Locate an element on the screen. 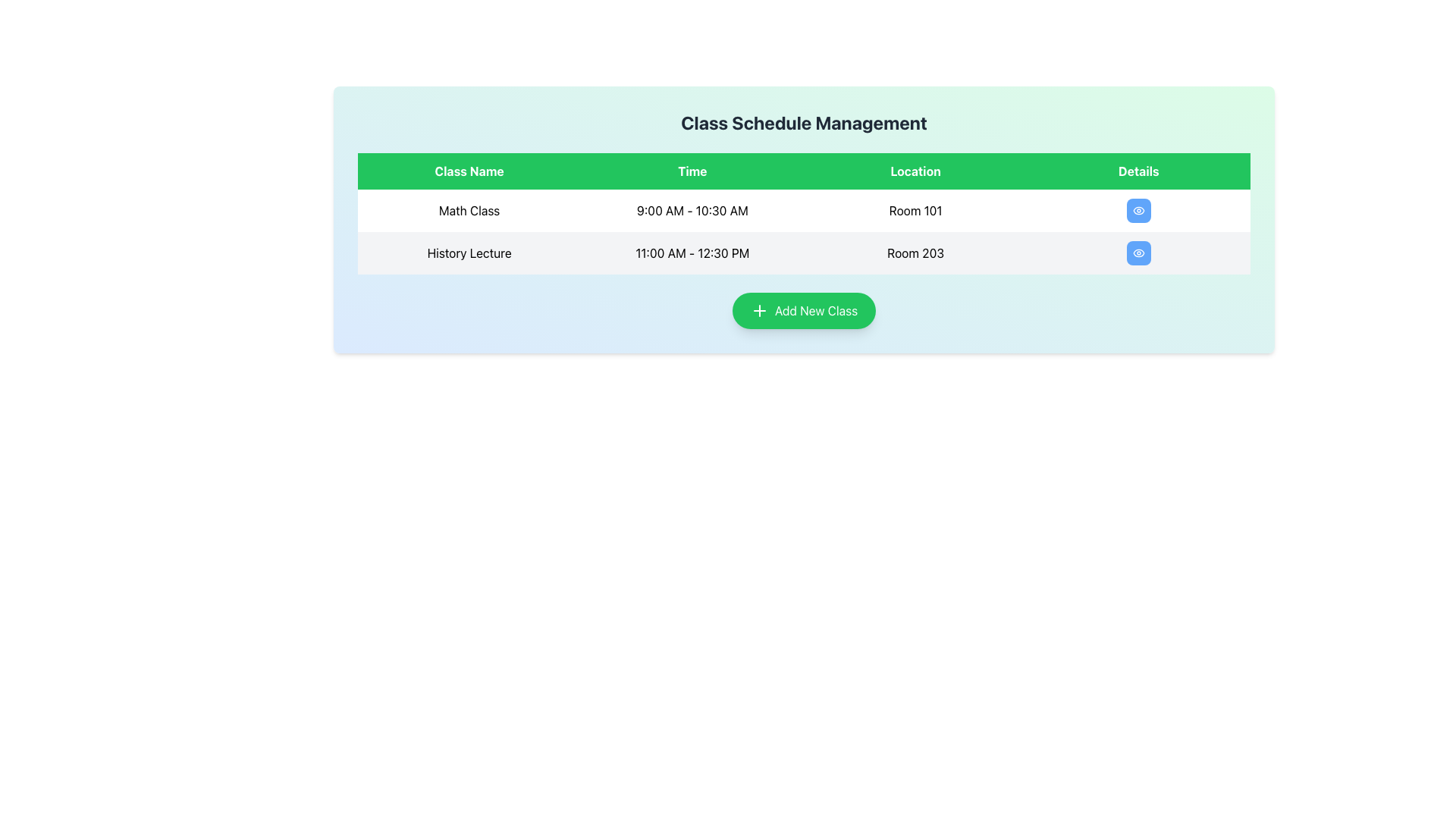 The image size is (1456, 819). the text label 'Room 101' in the 'Location' column of the schedule table is located at coordinates (915, 210).